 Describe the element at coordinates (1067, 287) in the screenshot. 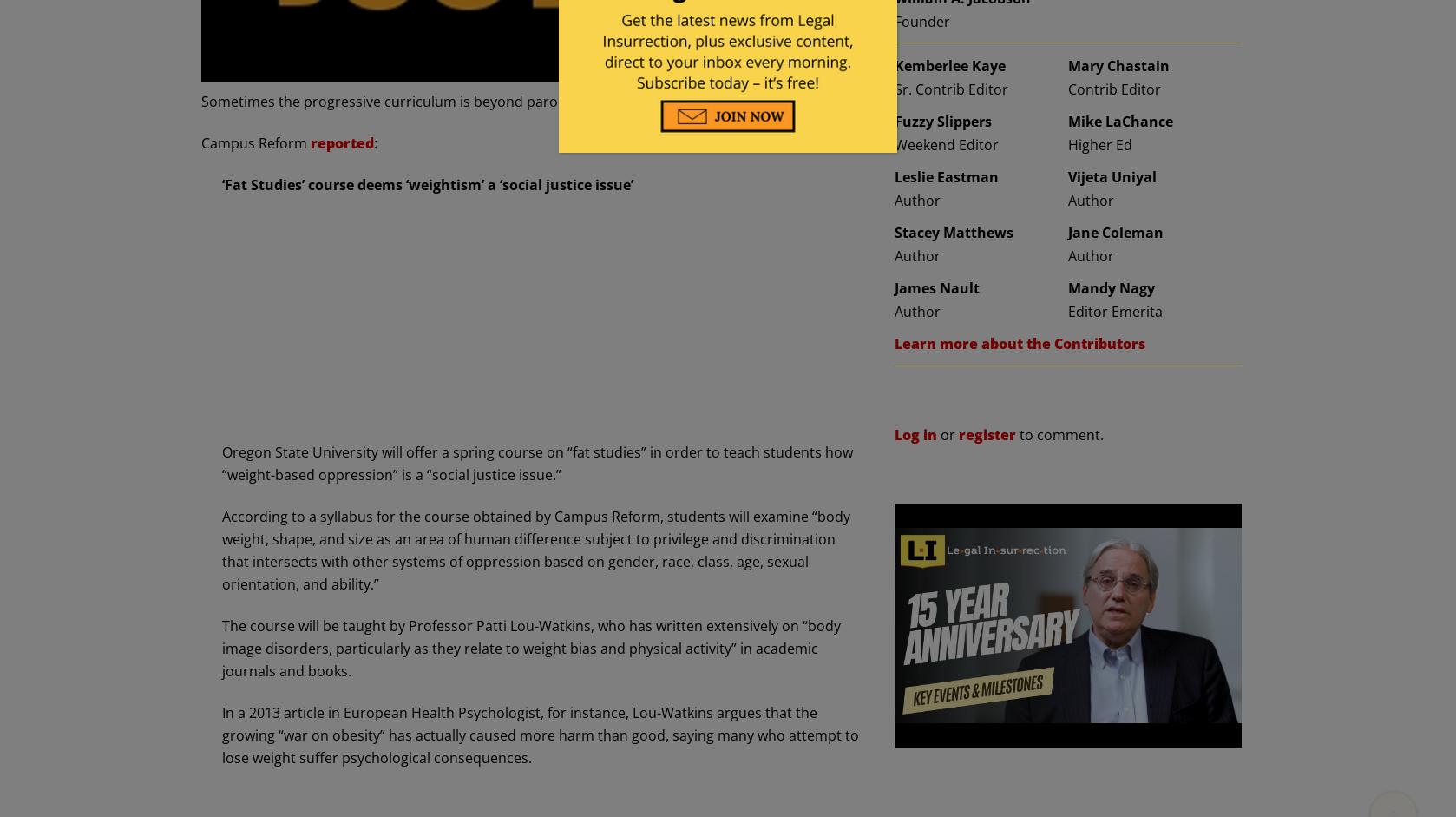

I see `'Mandy Nagy'` at that location.